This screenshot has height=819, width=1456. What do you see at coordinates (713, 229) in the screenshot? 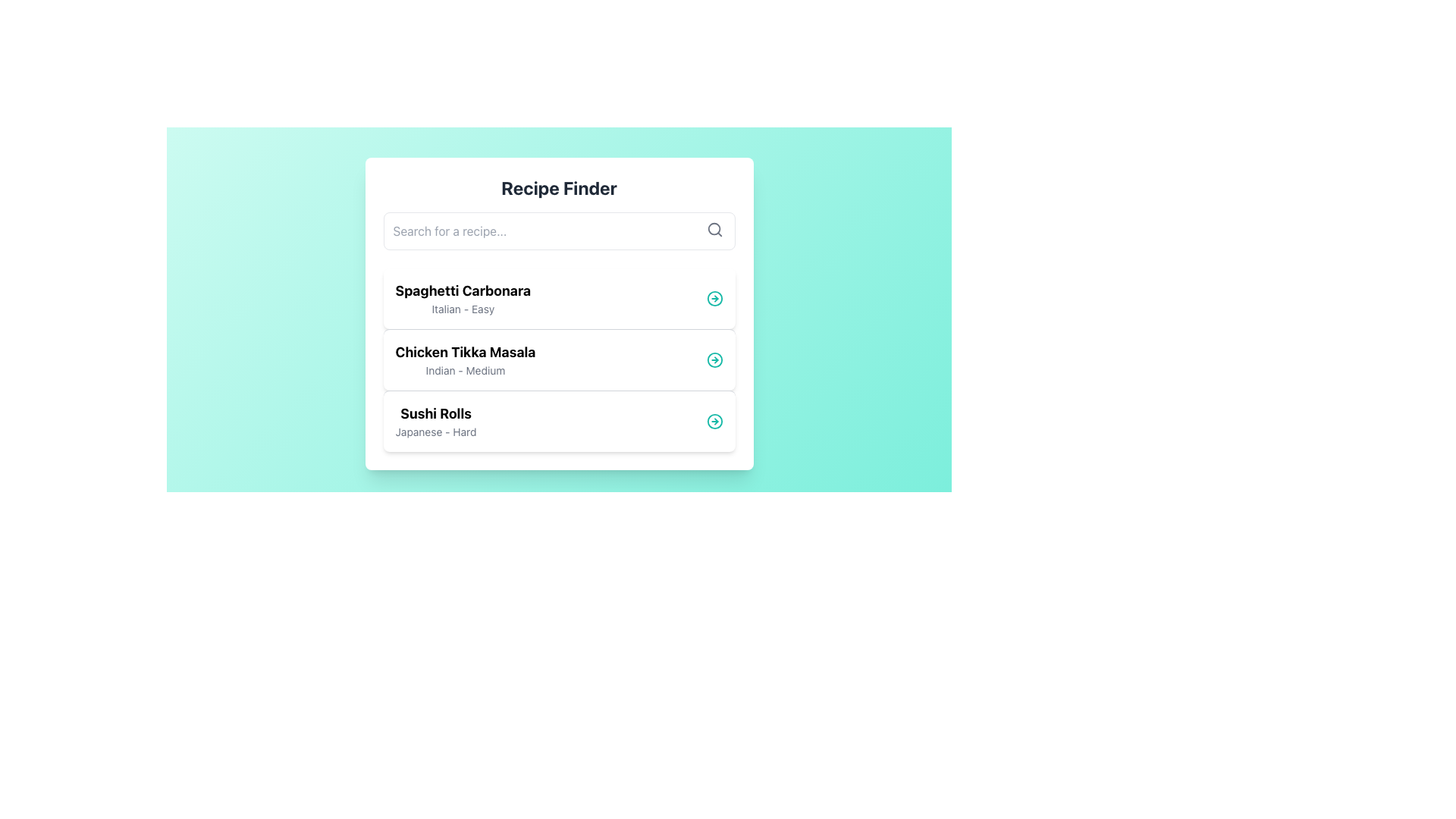
I see `the circular component of the search icon, which visually represents the lens of a magnifying glass and enhances the user's understanding of the adjacent input field labeled 'Search for a recipe...'` at bounding box center [713, 229].